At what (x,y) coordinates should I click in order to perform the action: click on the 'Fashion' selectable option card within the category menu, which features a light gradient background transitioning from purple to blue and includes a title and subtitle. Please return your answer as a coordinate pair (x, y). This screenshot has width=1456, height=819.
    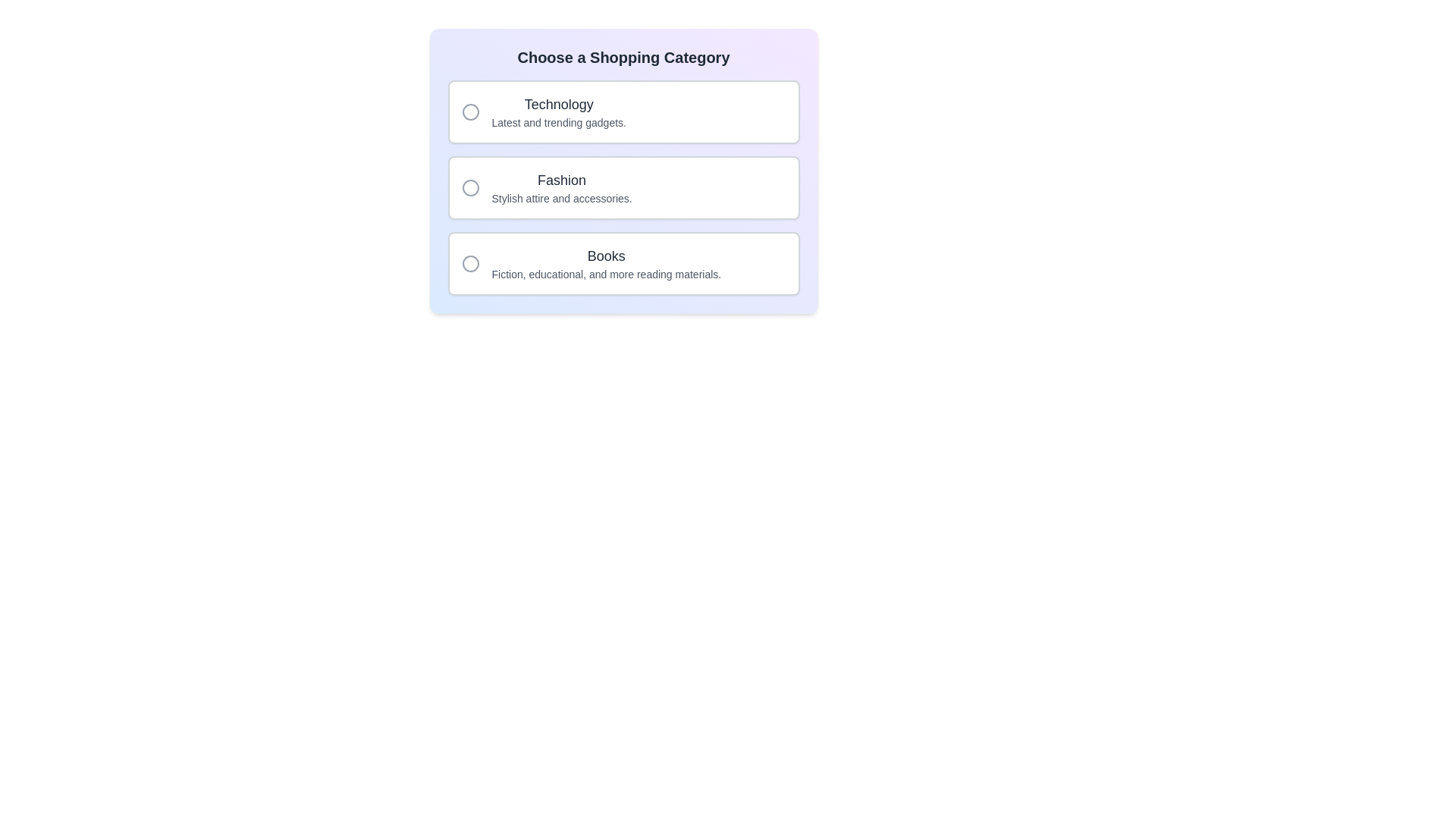
    Looking at the image, I should click on (623, 171).